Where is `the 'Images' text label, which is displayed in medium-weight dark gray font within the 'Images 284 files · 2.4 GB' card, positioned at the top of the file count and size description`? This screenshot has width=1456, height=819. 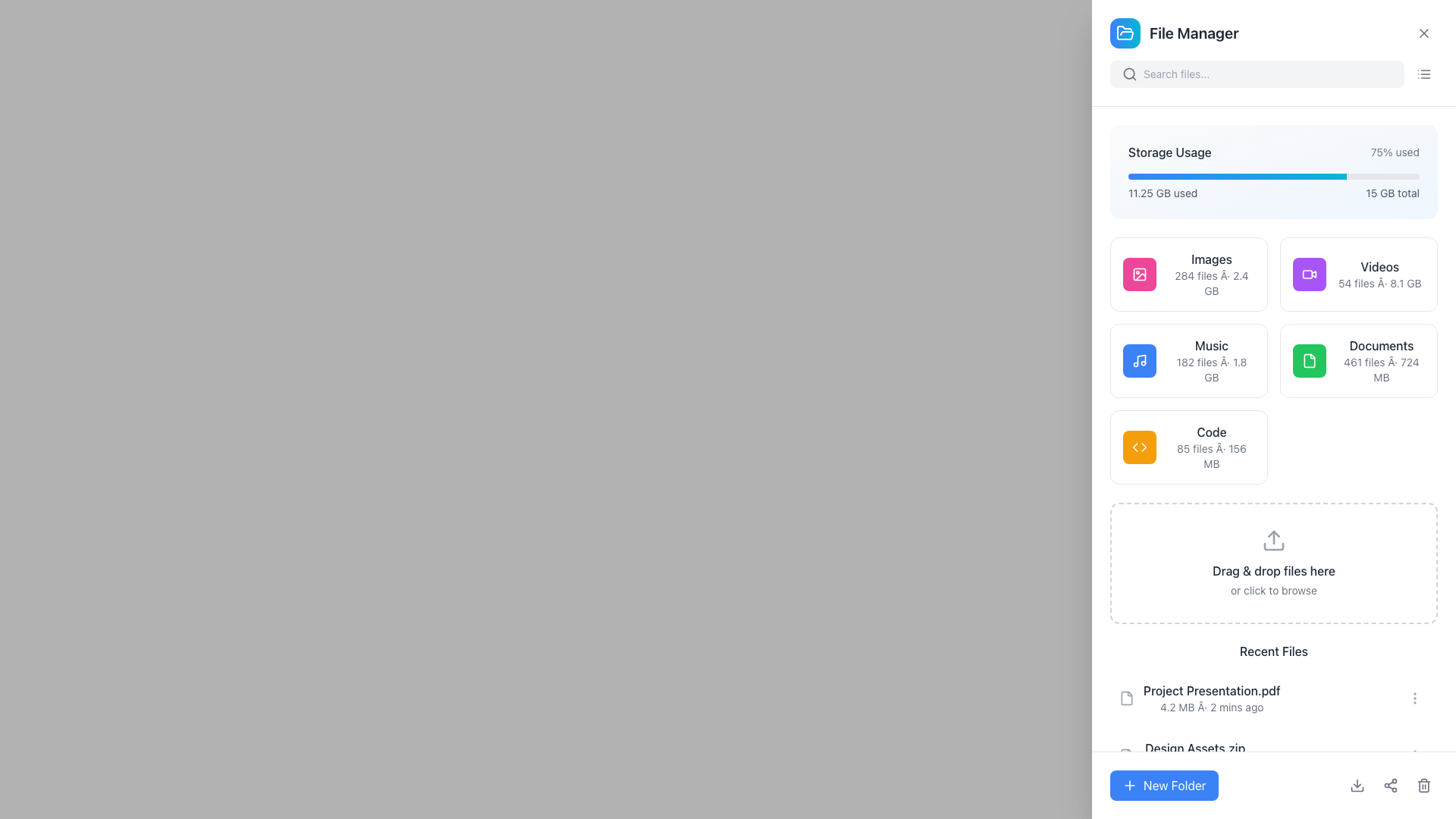
the 'Images' text label, which is displayed in medium-weight dark gray font within the 'Images 284 files · 2.4 GB' card, positioned at the top of the file count and size description is located at coordinates (1211, 259).